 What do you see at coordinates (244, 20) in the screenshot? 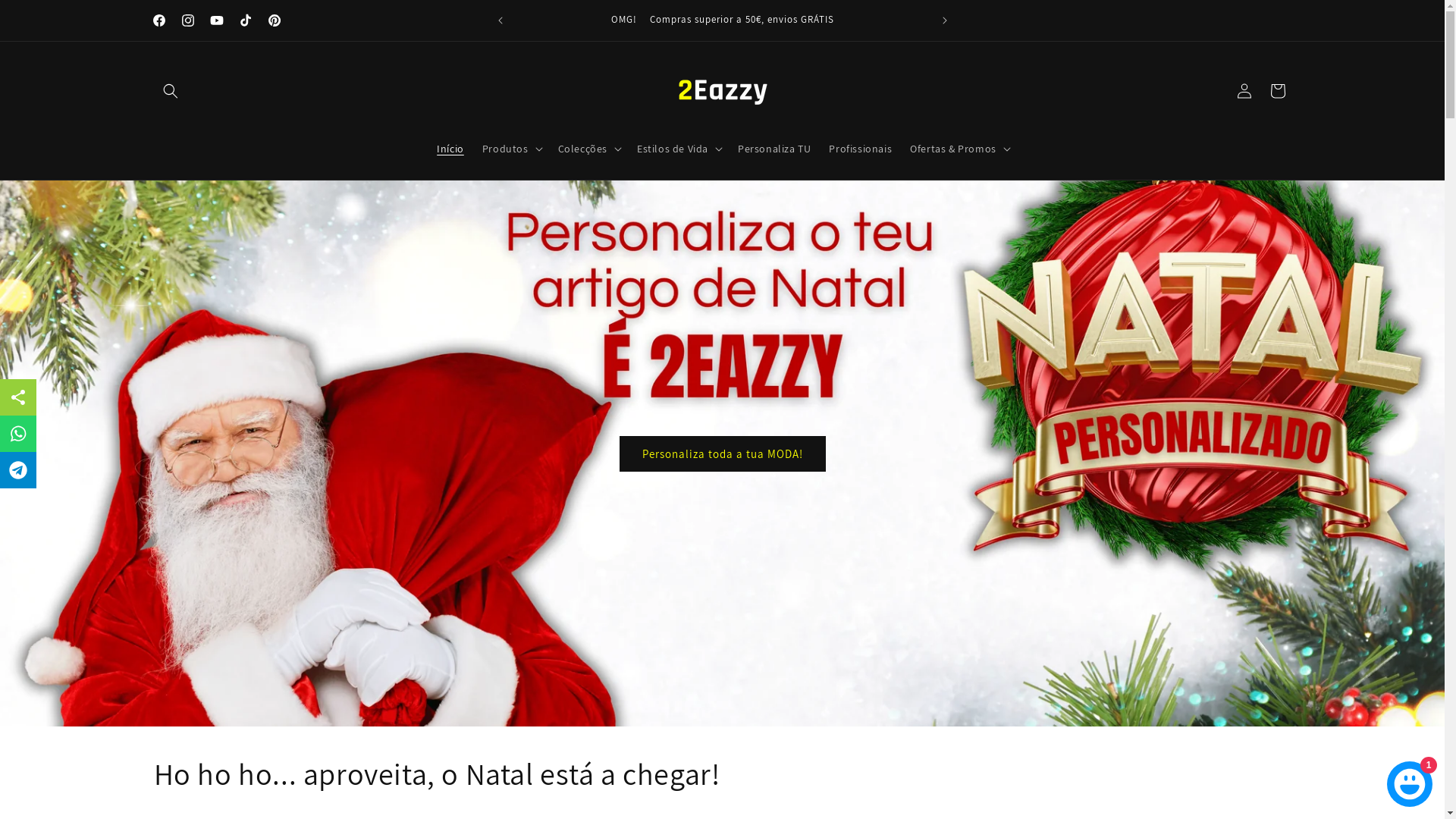
I see `'TikTok'` at bounding box center [244, 20].